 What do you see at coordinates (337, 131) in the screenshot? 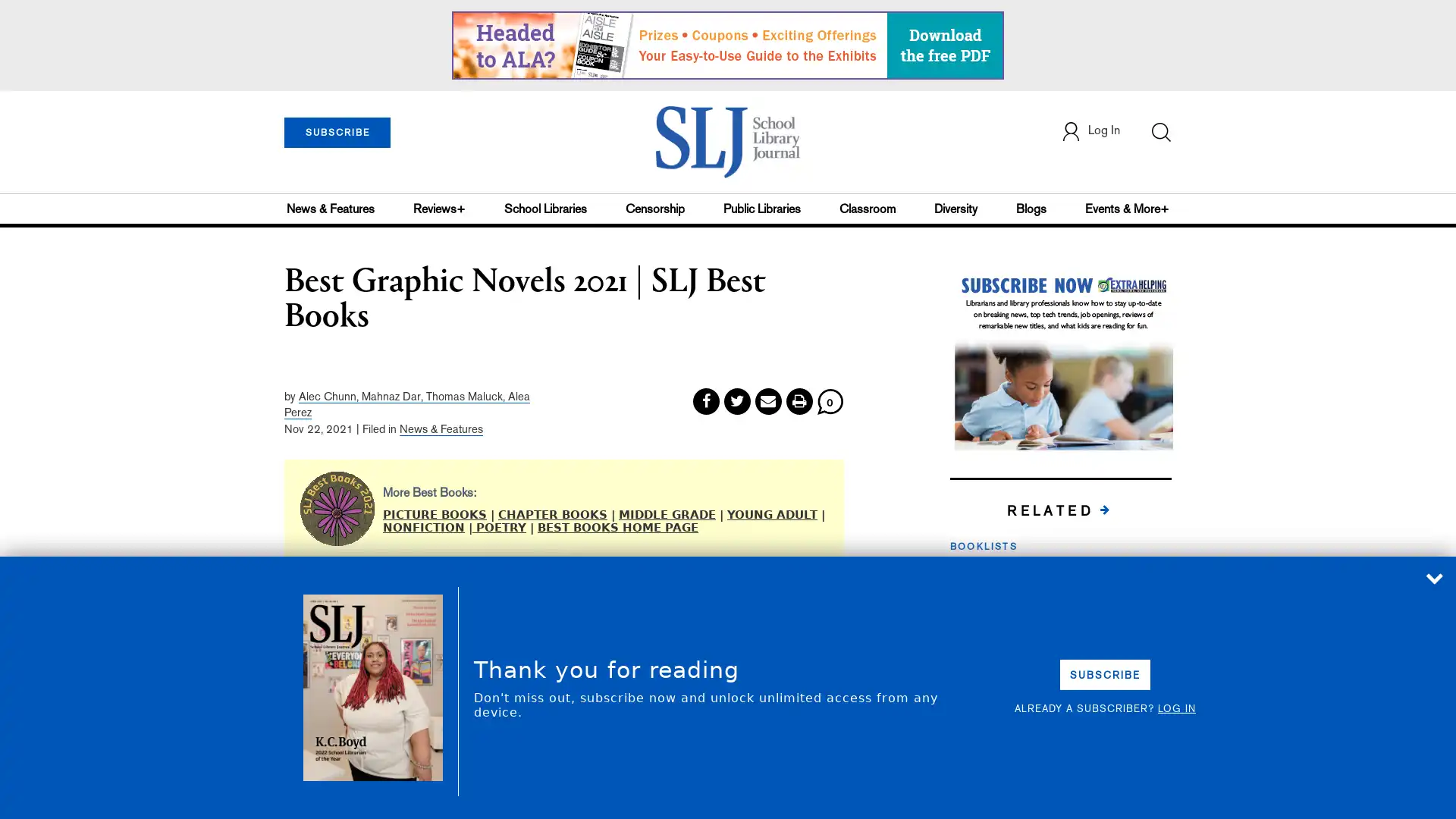
I see `SUBSCRIBE` at bounding box center [337, 131].